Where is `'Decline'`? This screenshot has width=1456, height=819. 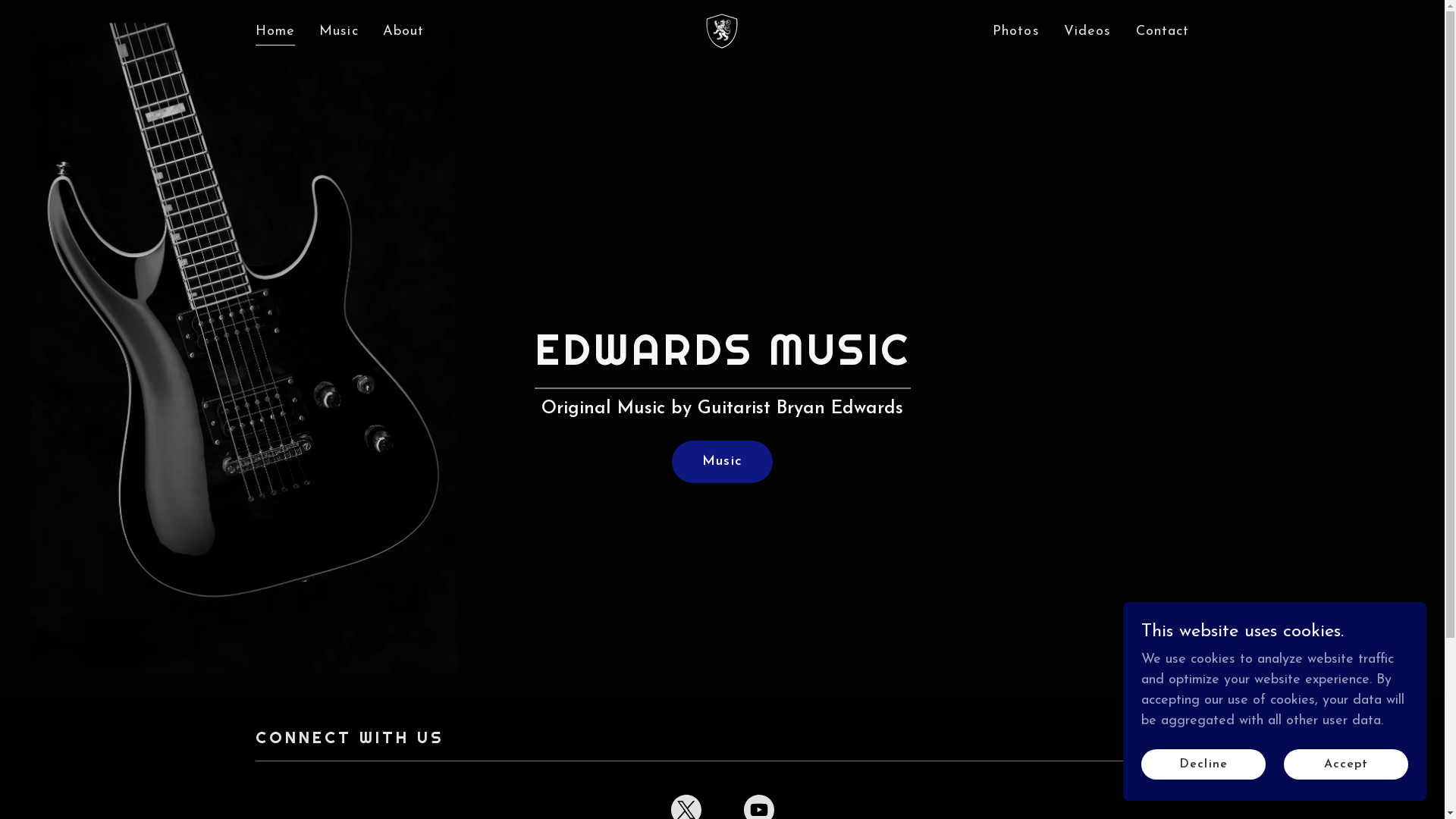 'Decline' is located at coordinates (1203, 764).